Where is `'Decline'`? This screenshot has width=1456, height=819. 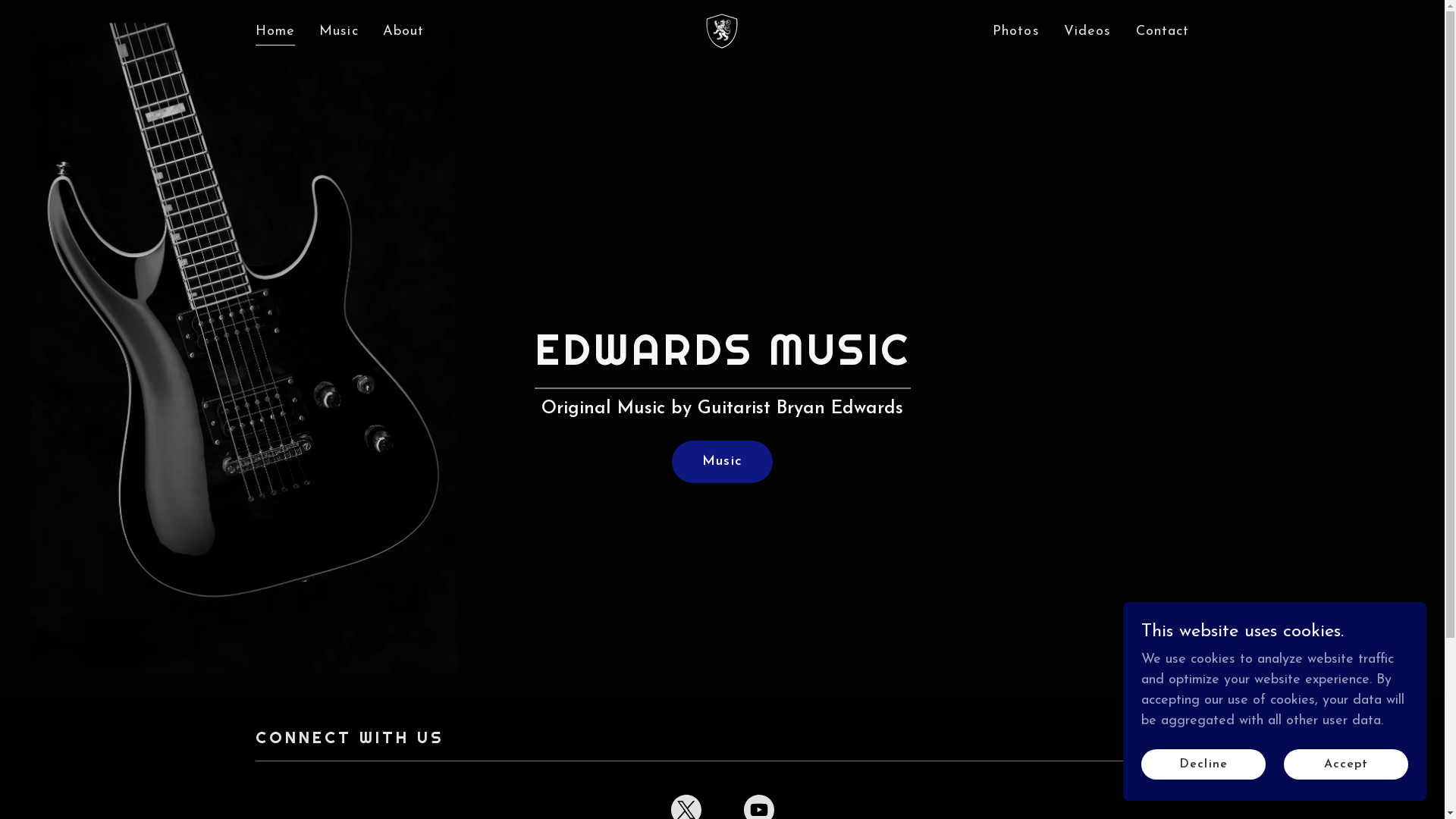 'Decline' is located at coordinates (1203, 764).